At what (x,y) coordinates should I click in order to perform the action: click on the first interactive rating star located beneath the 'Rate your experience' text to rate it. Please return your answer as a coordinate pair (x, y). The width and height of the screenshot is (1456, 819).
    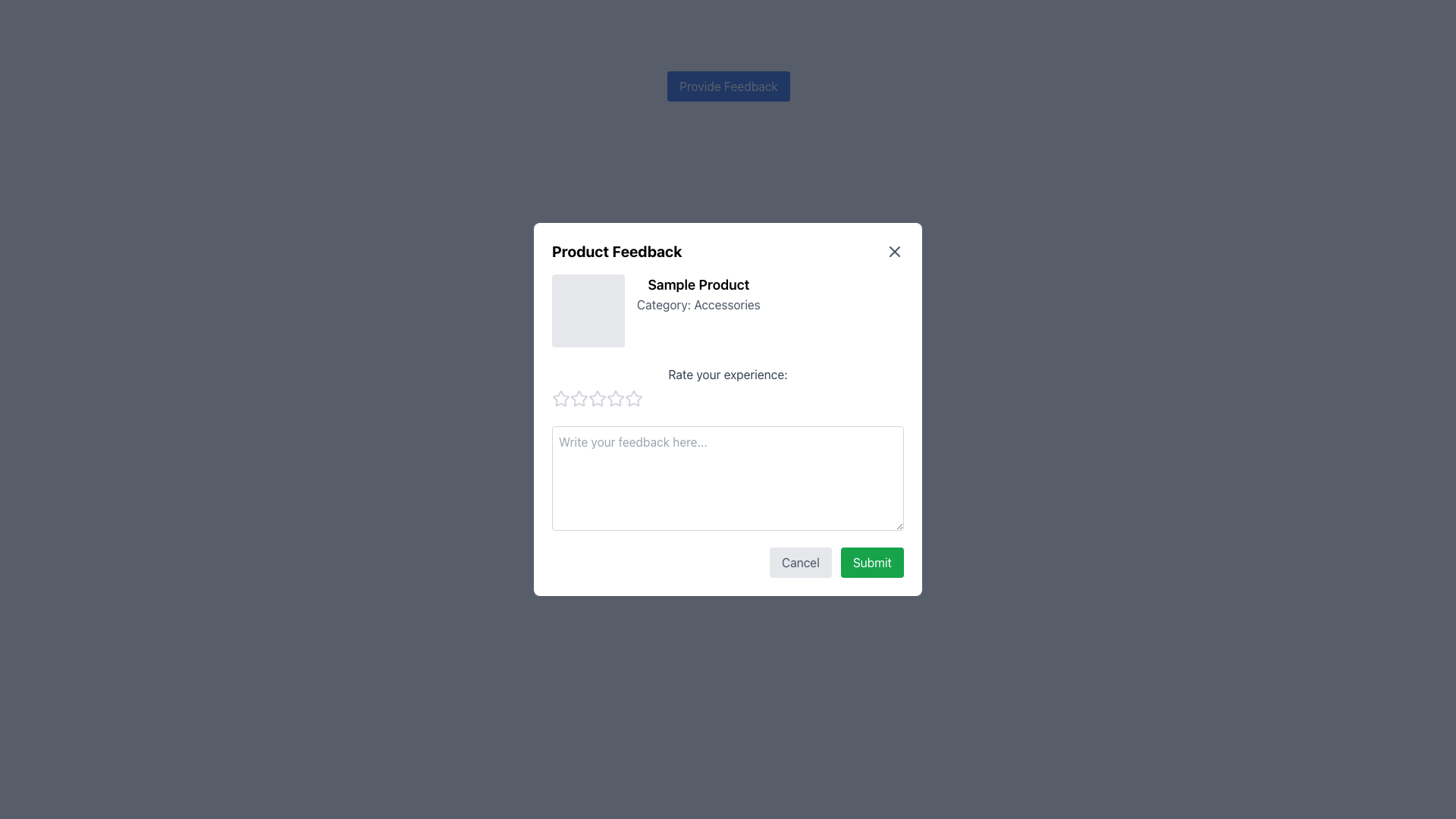
    Looking at the image, I should click on (560, 397).